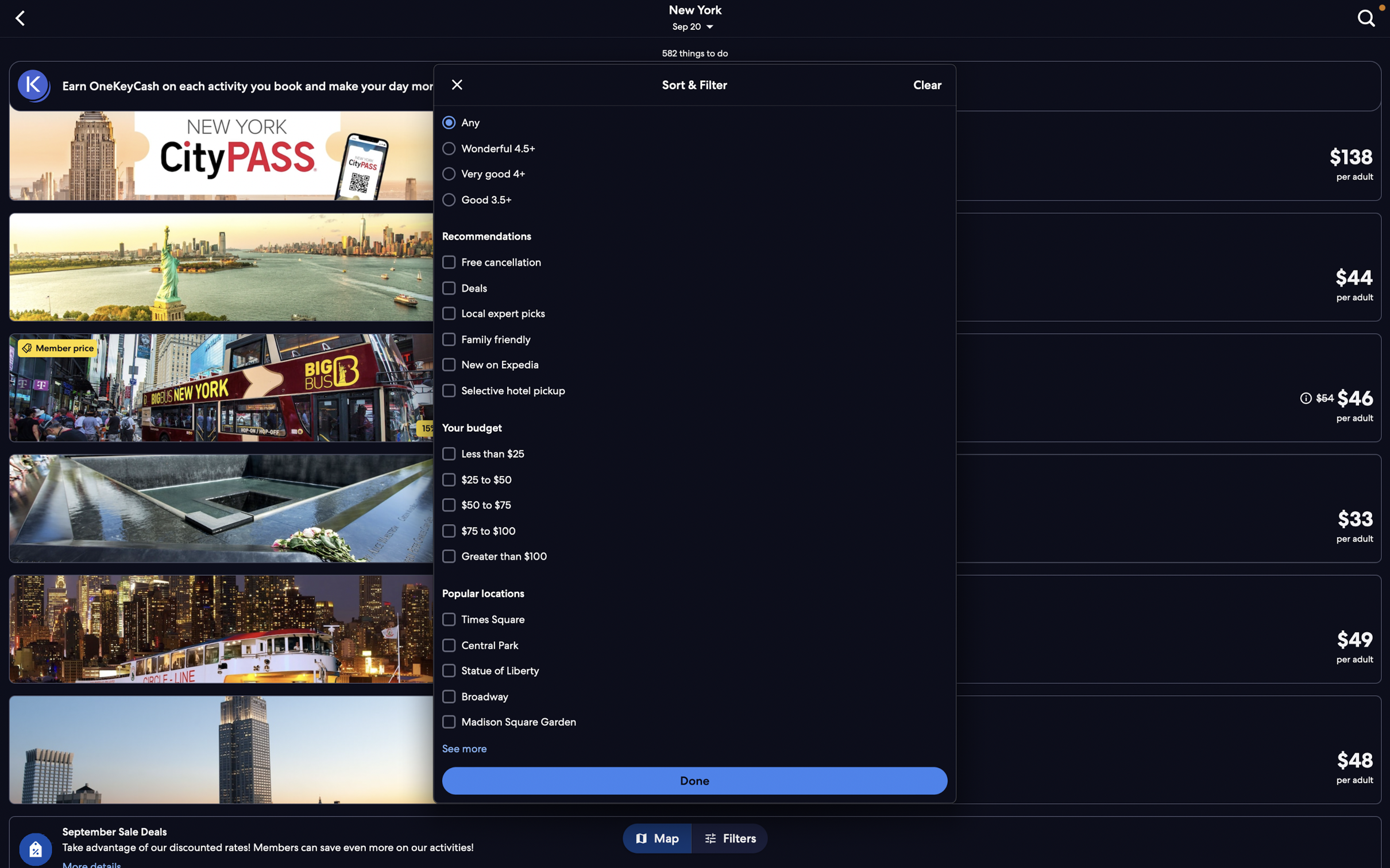 The height and width of the screenshot is (868, 1390). Describe the element at coordinates (695, 389) in the screenshot. I see `"select hotel pickup" and "more than 100" options` at that location.